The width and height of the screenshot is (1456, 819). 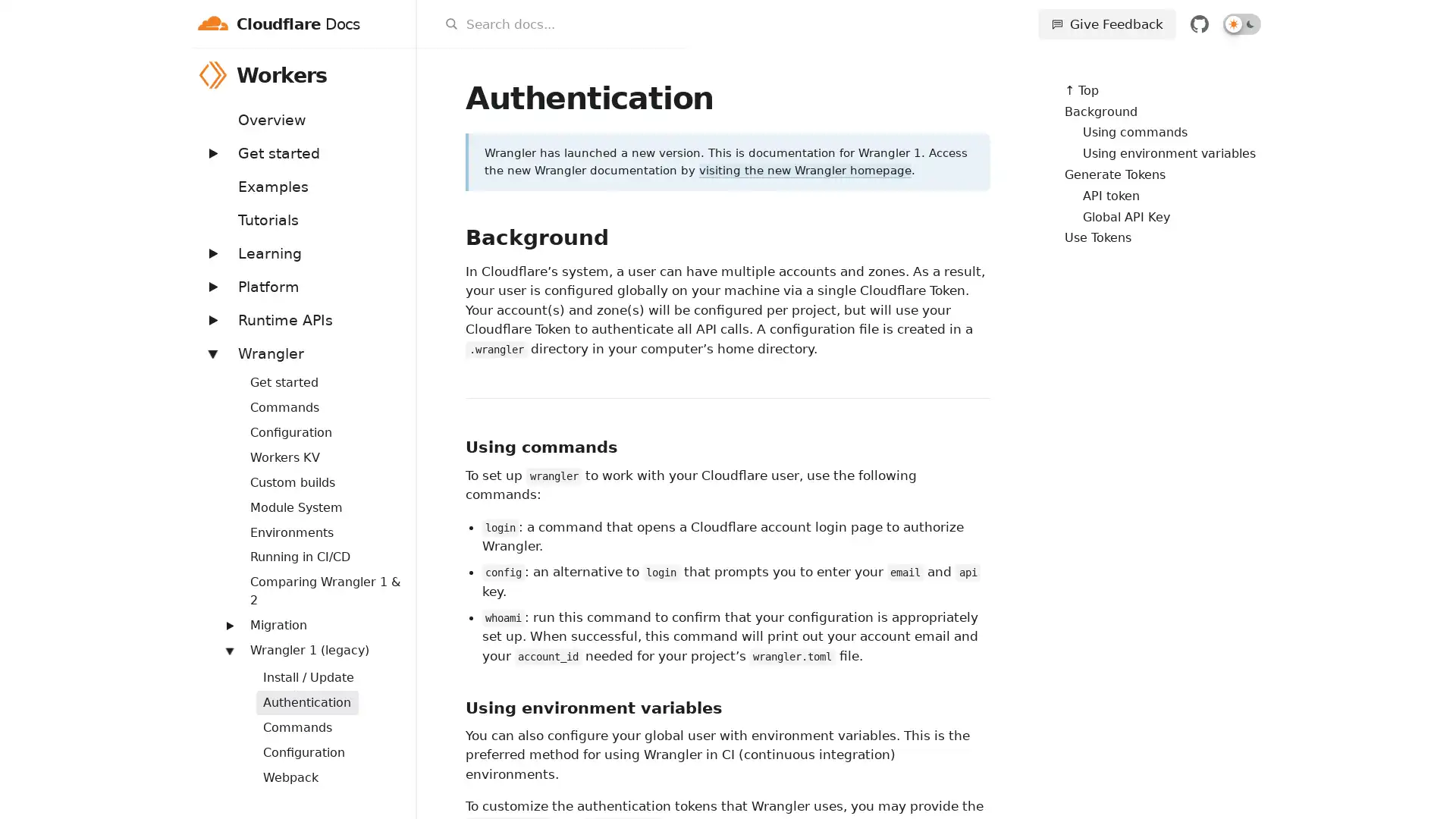 What do you see at coordinates (1106, 24) in the screenshot?
I see `Give Feedback` at bounding box center [1106, 24].